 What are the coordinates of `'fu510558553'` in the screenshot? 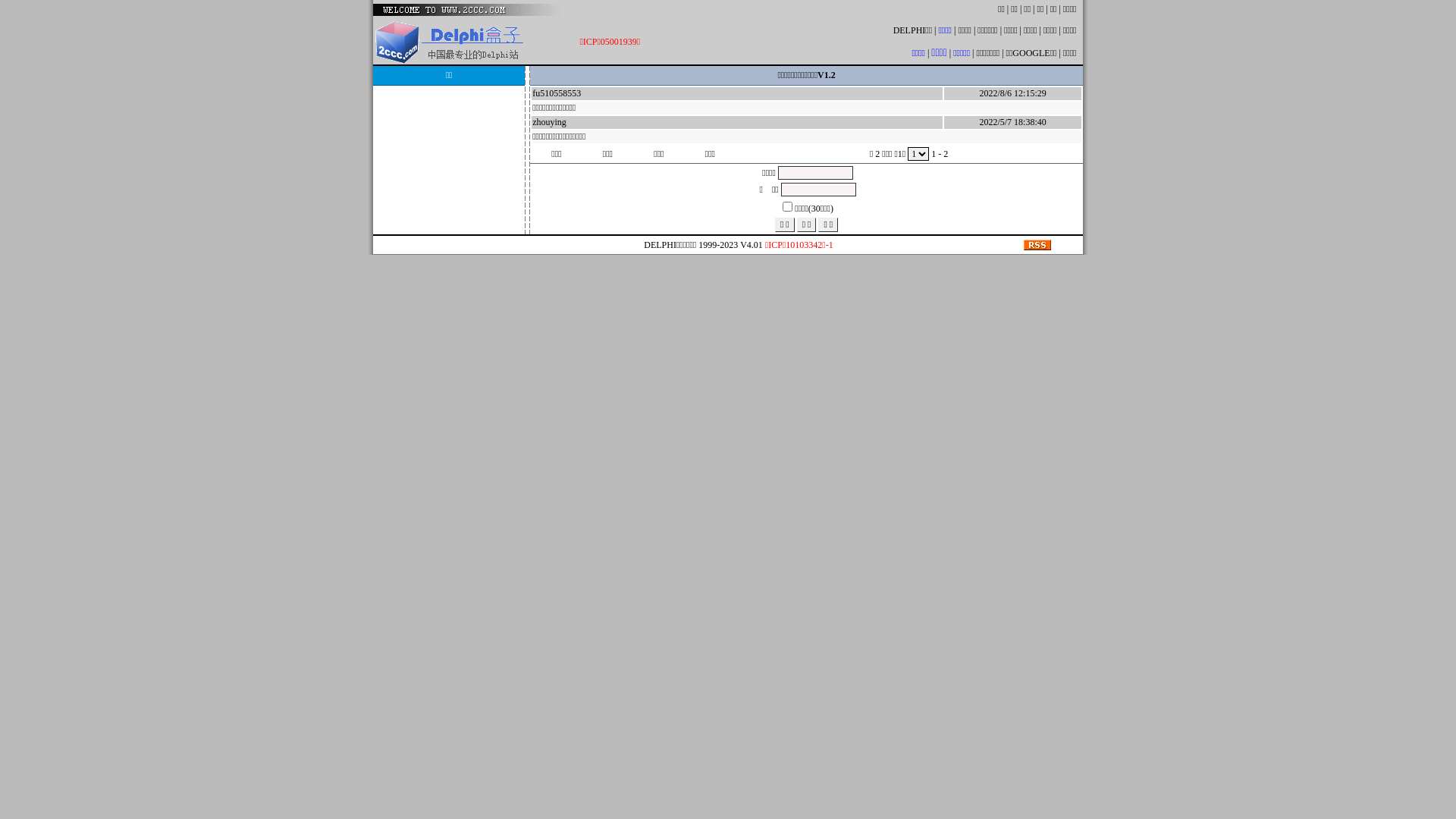 It's located at (556, 93).